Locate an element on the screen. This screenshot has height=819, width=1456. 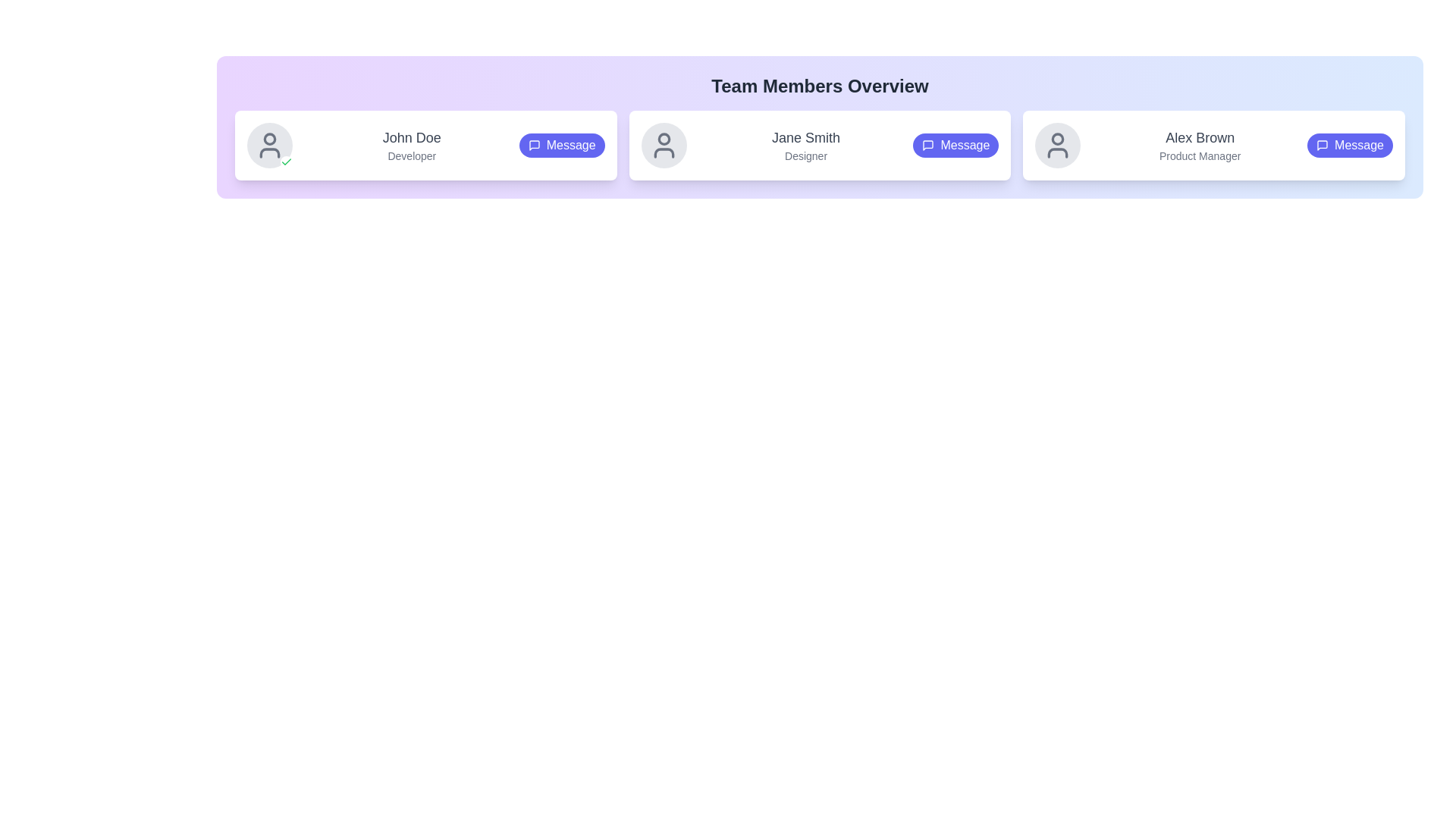
the pill-shaped purple button labeled 'Message' with a messaging bubble icon, located in the 'Team Members Overview' section under the card for 'John Doe, Developer' is located at coordinates (561, 146).